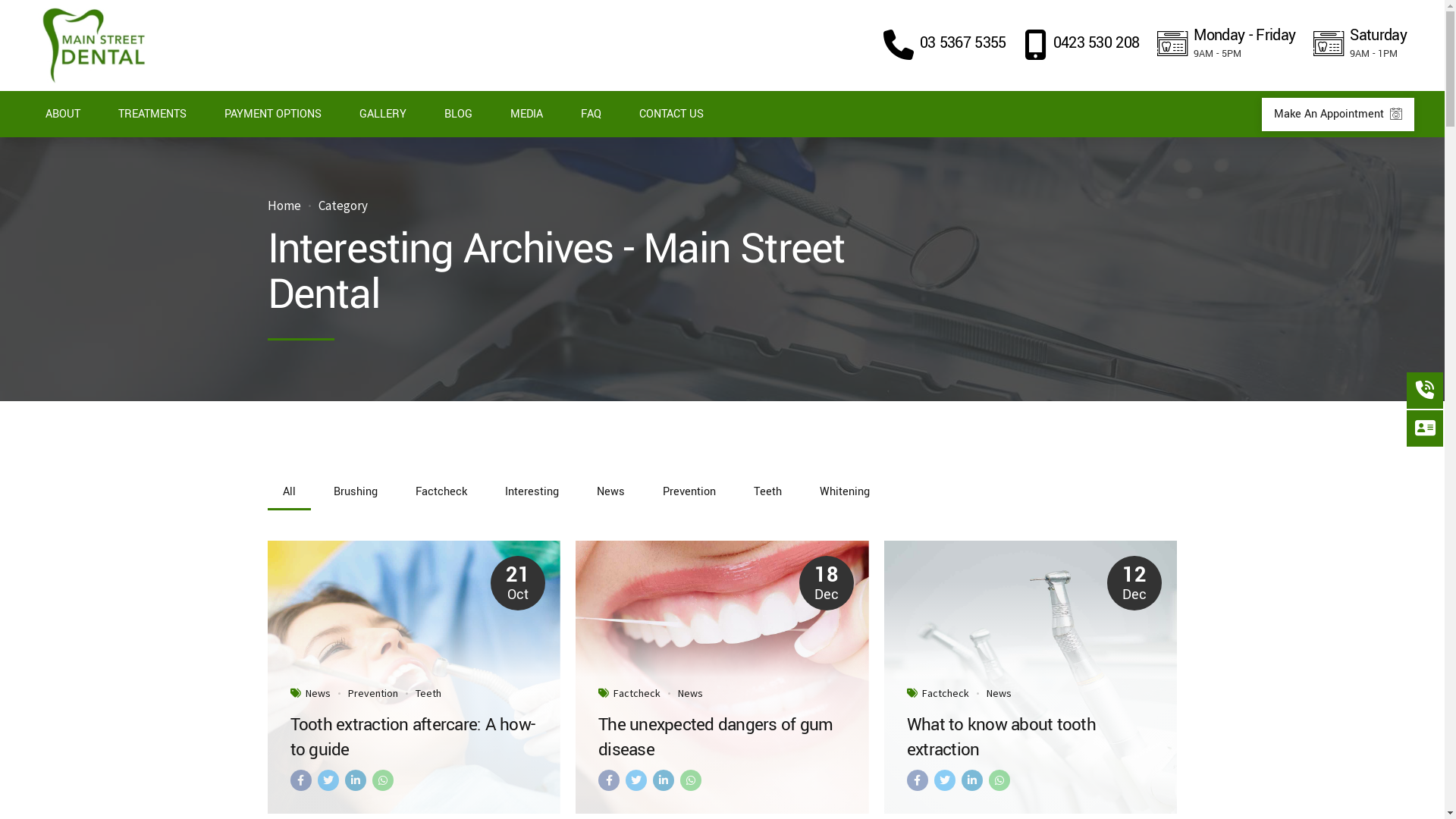 The height and width of the screenshot is (819, 1456). I want to click on 'PAYMENT OPTIONS', so click(273, 113).